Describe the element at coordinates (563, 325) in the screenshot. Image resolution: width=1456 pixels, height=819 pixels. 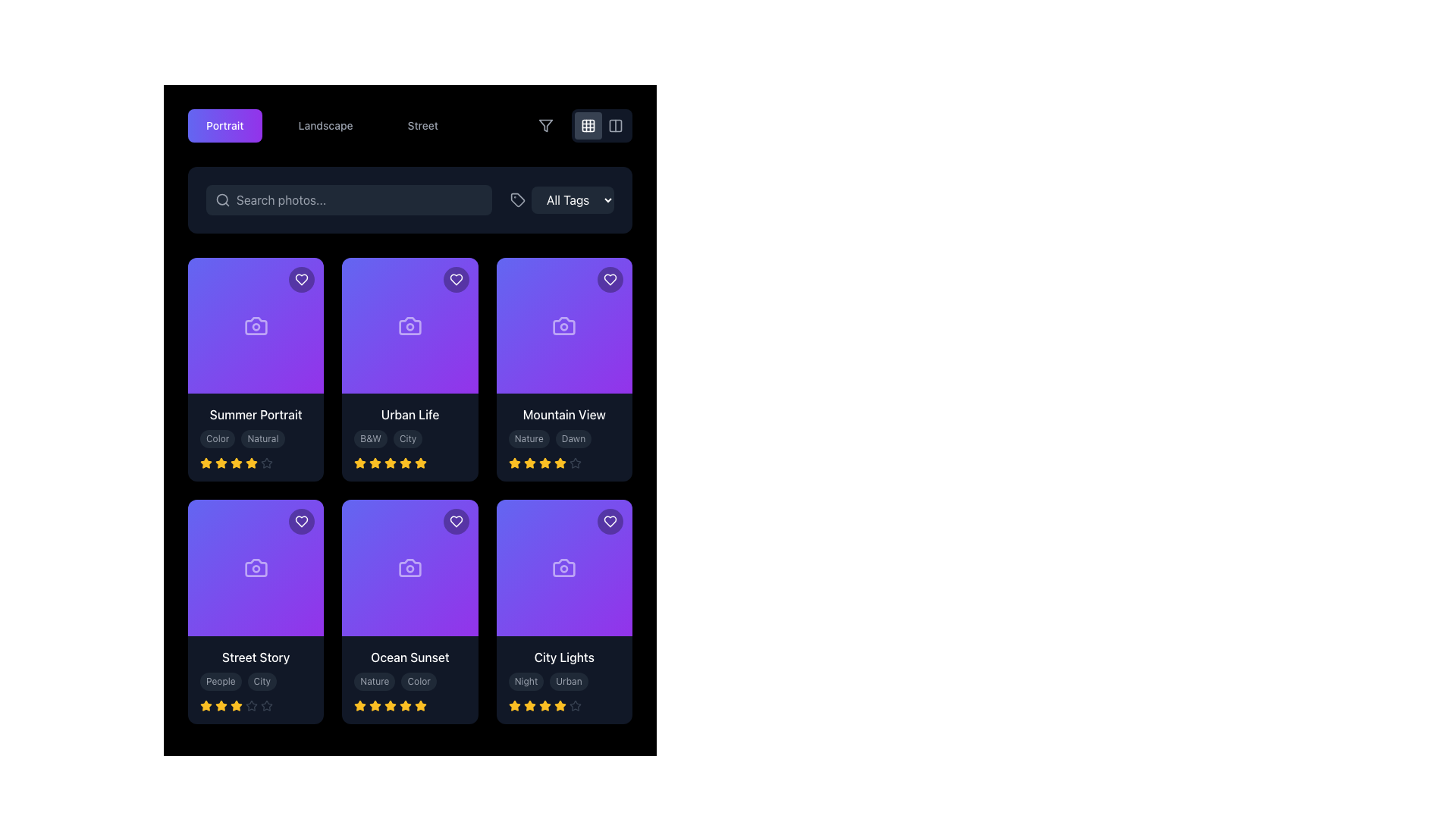
I see `the Graphic placeholder located in the top row of the grid layout, specifically the third item titled 'Mountain View'` at that location.